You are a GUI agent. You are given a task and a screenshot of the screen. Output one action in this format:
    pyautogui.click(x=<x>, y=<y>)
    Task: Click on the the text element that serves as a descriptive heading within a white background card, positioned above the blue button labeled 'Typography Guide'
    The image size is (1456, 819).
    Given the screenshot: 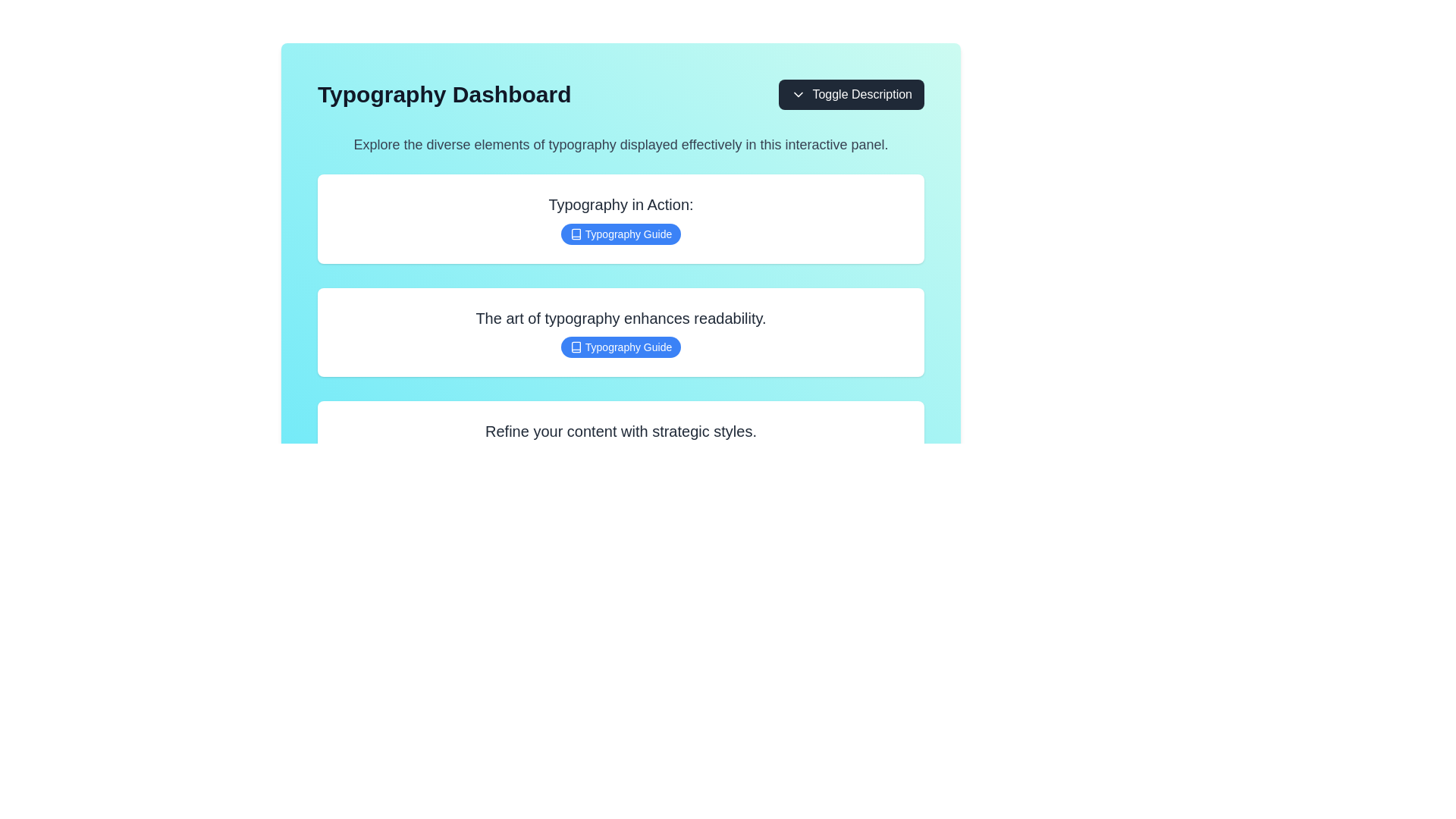 What is the action you would take?
    pyautogui.click(x=621, y=318)
    